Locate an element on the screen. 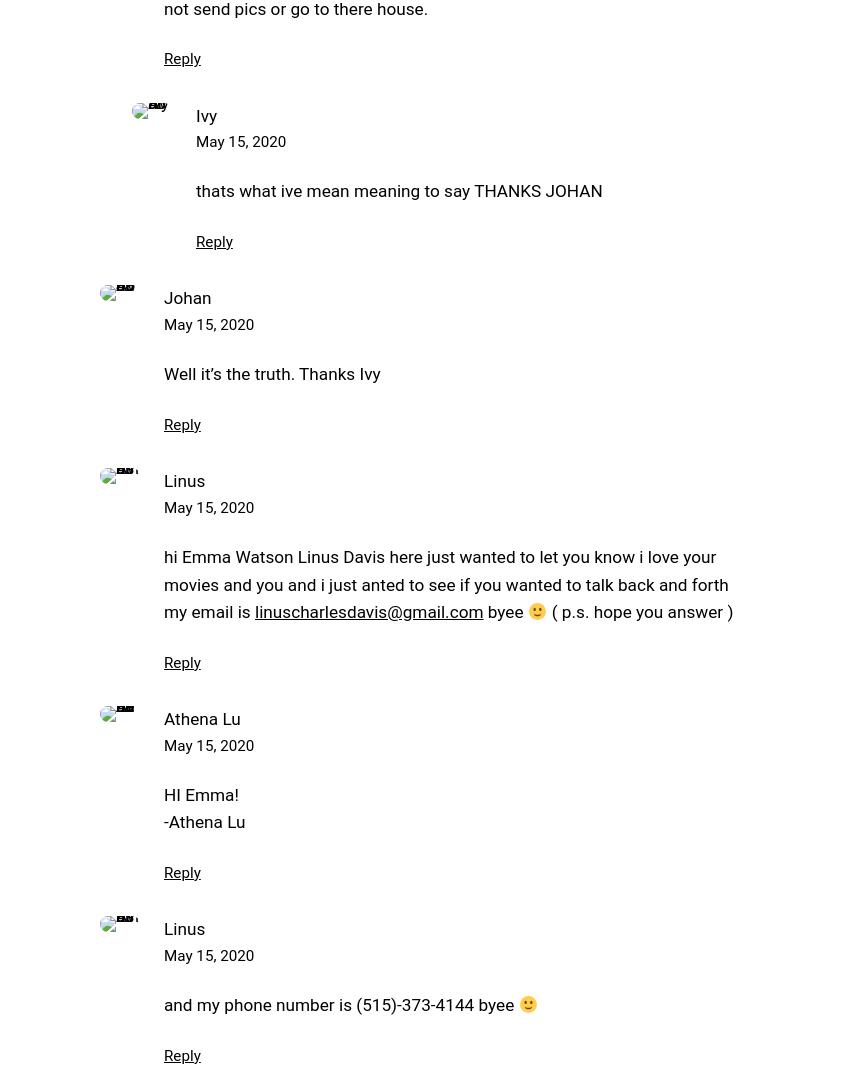  'byee' is located at coordinates (504, 611).